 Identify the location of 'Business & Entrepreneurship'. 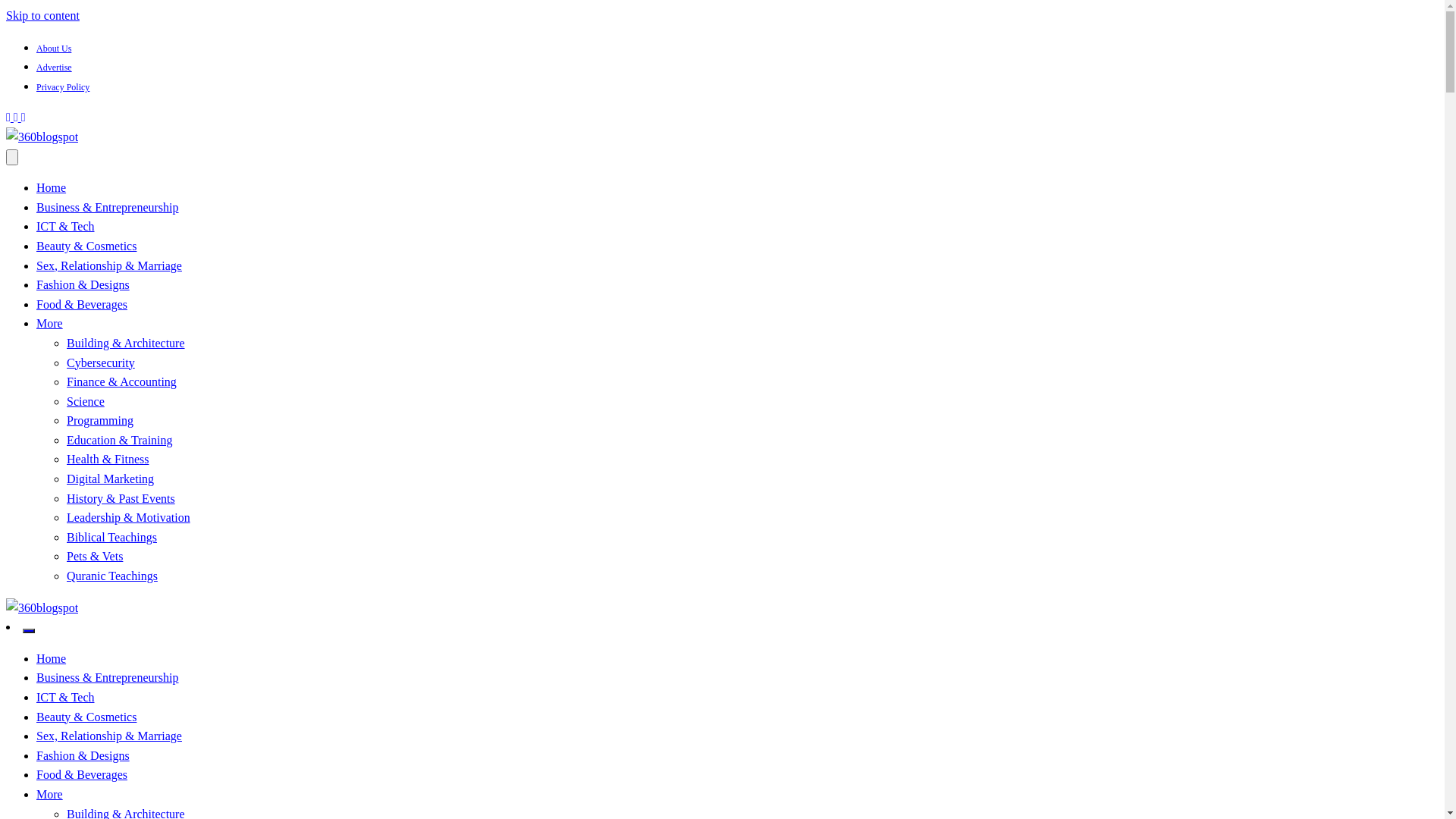
(107, 676).